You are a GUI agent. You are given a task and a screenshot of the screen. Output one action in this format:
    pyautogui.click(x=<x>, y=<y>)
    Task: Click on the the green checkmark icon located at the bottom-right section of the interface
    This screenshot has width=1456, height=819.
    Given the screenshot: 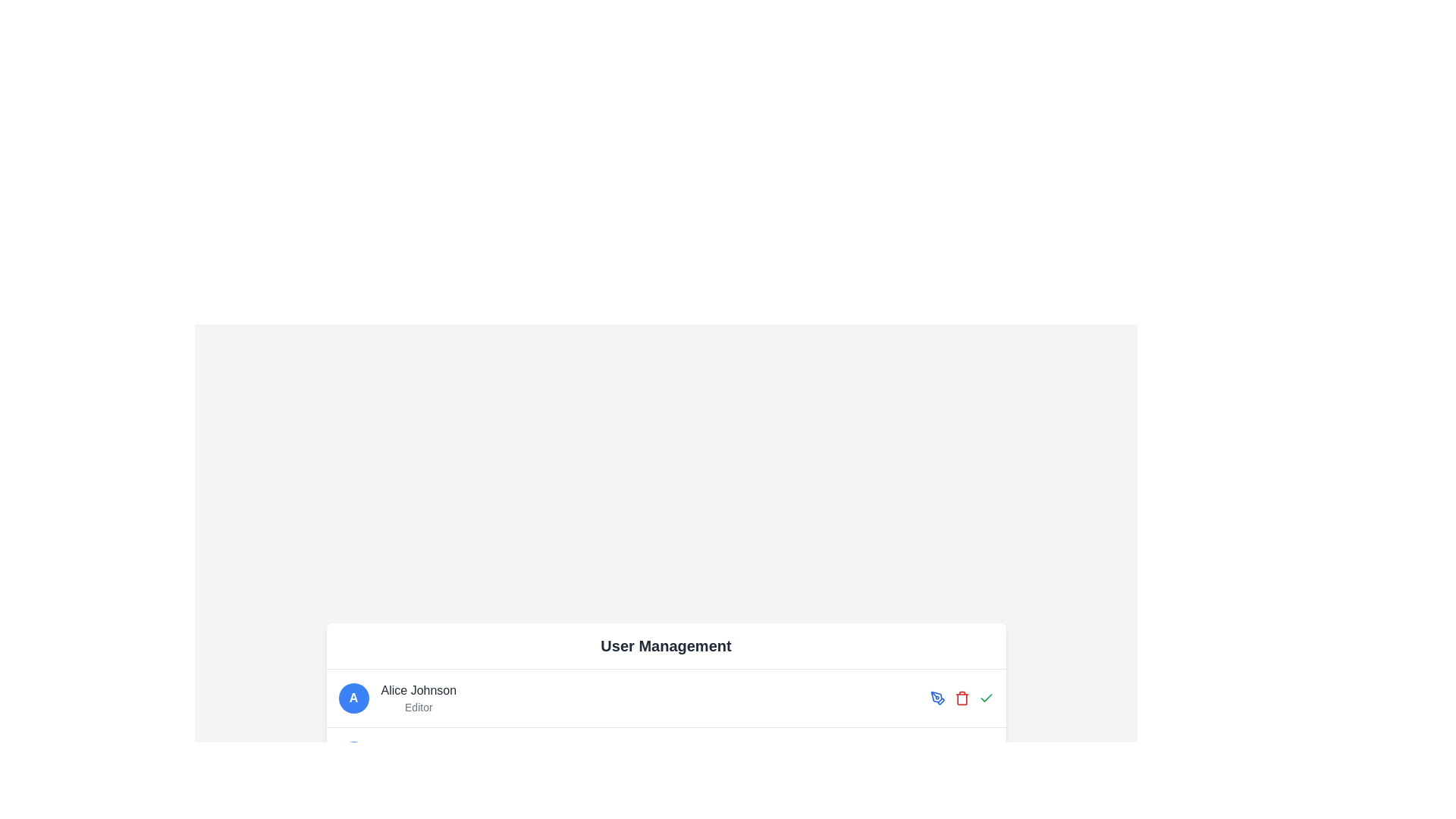 What is the action you would take?
    pyautogui.click(x=986, y=698)
    